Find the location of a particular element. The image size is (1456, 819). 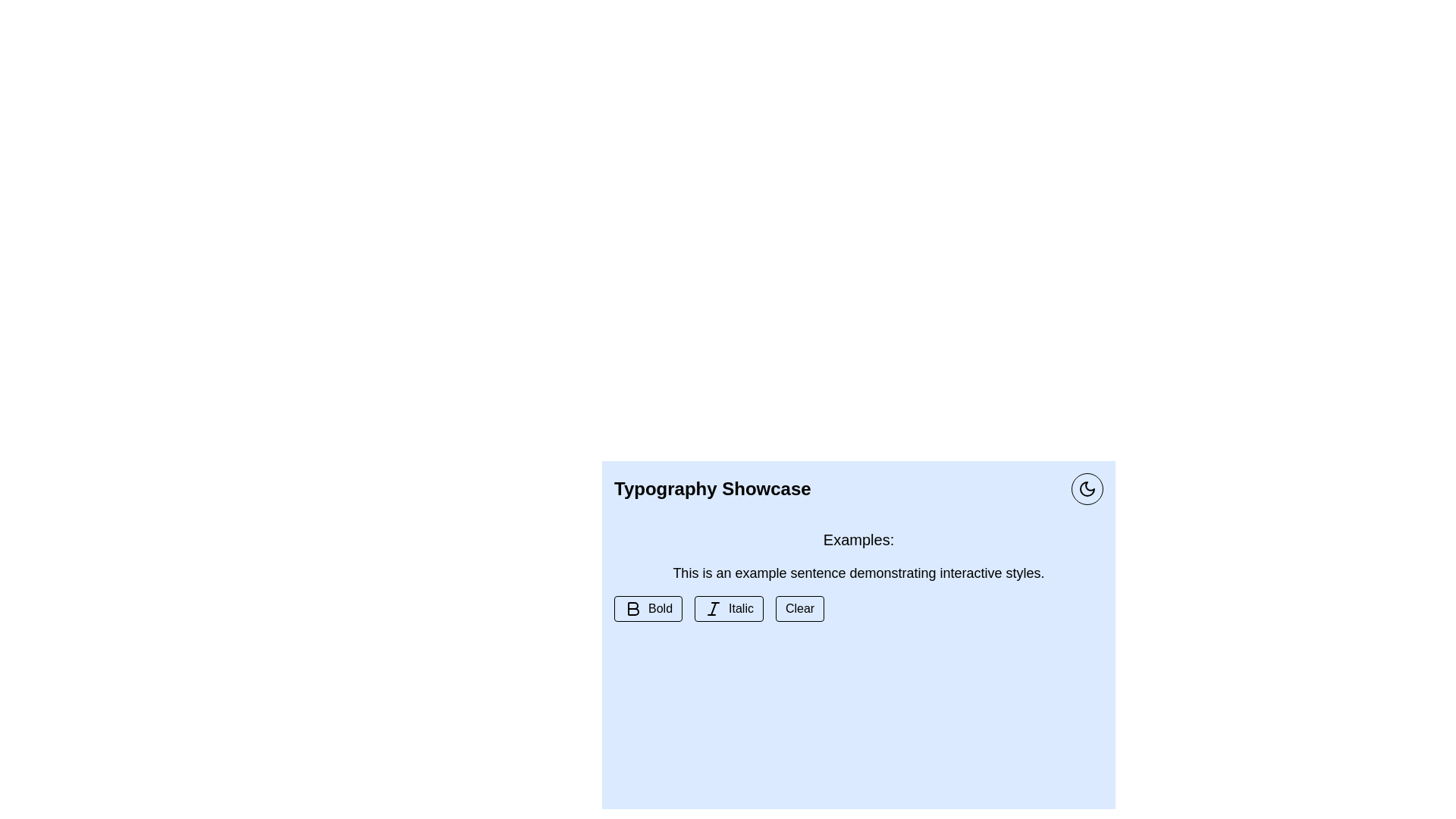

the 'Clear' button, which is a rectangular button with a light-colored background and dark border, located to the right of the 'Italic' button in the lower region of the interface is located at coordinates (799, 607).